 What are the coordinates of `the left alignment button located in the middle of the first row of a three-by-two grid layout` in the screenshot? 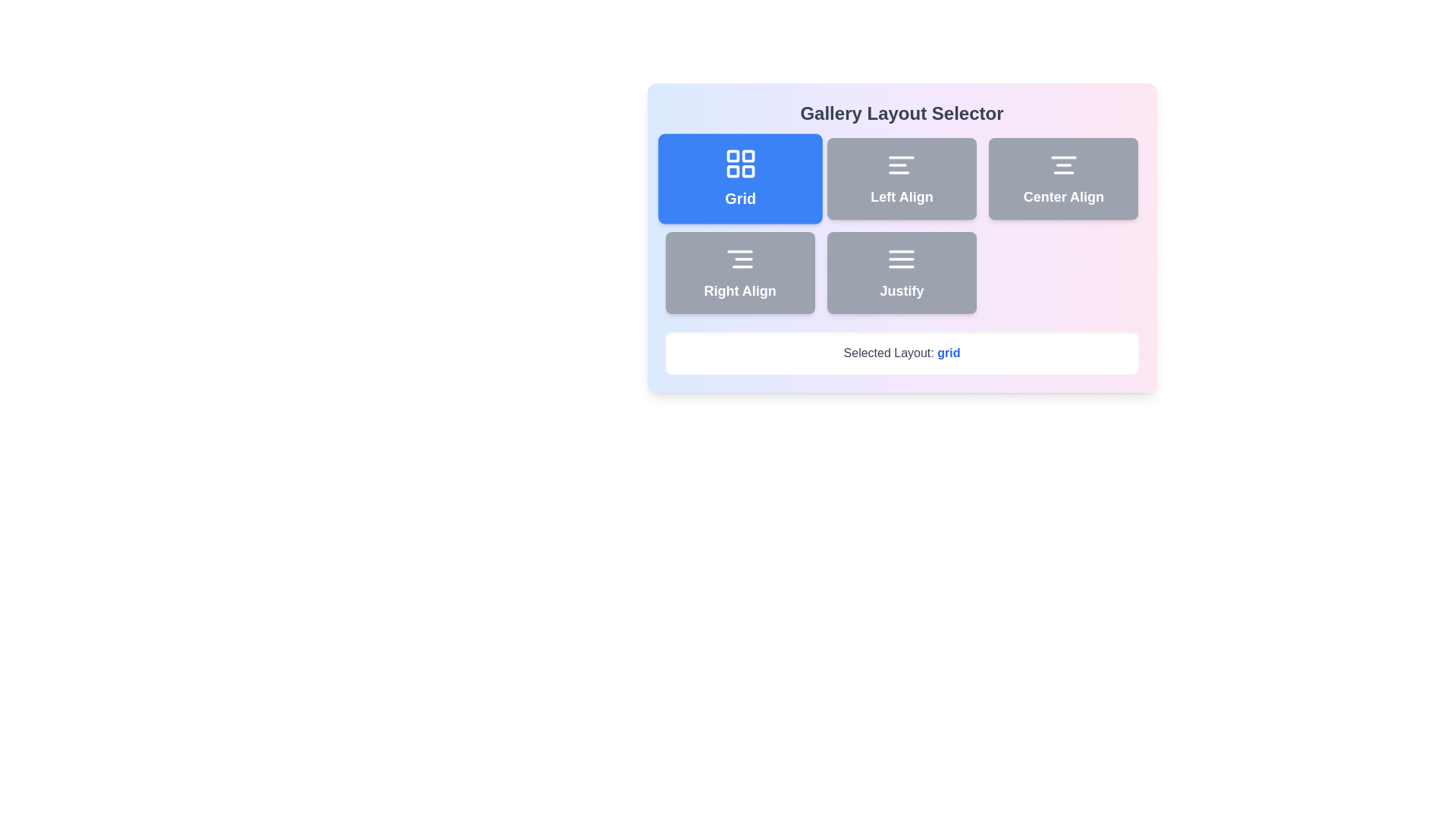 It's located at (902, 177).